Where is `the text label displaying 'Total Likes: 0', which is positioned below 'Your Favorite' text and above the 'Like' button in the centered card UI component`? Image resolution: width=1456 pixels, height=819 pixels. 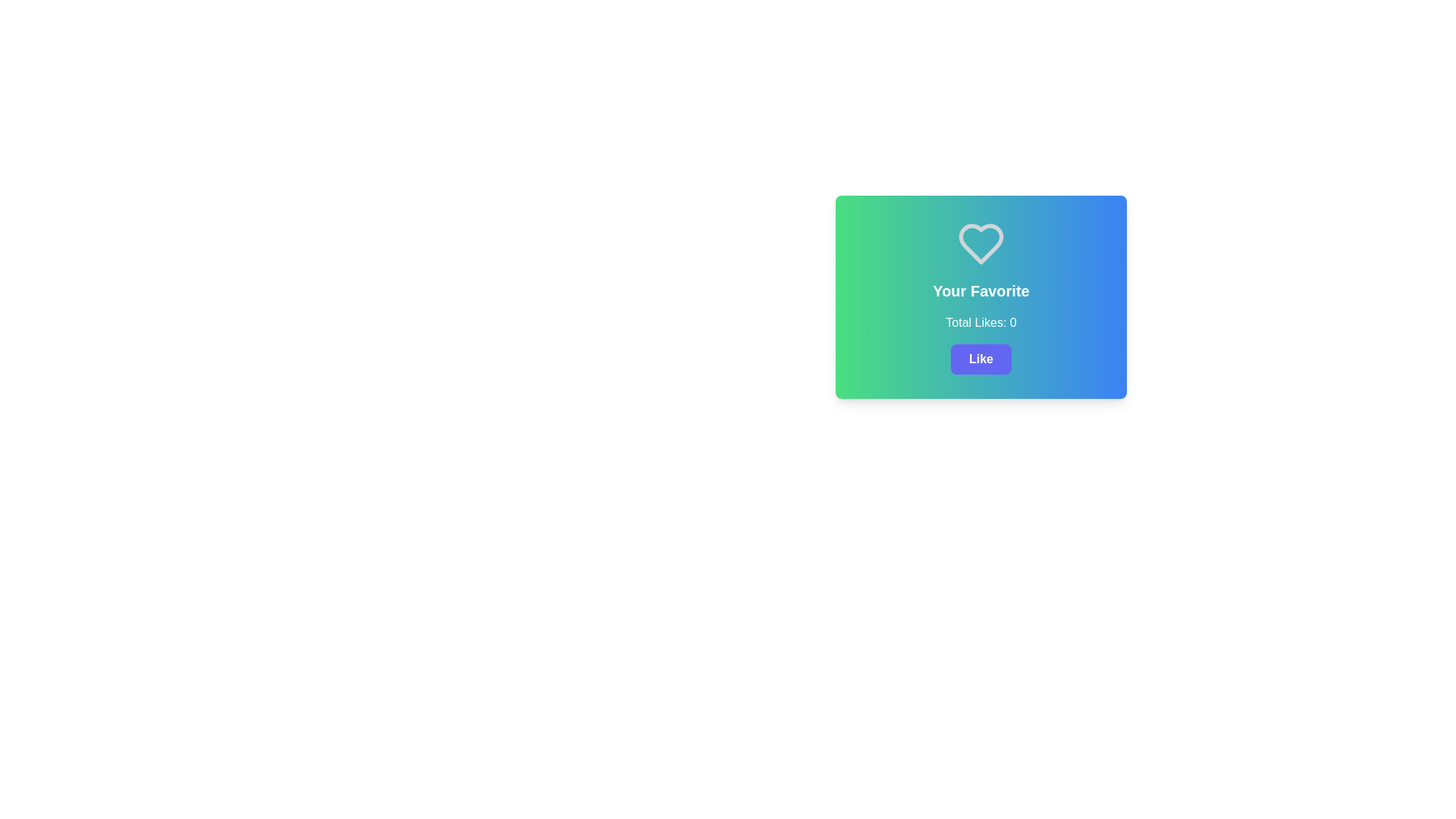
the text label displaying 'Total Likes: 0', which is positioned below 'Your Favorite' text and above the 'Like' button in the centered card UI component is located at coordinates (981, 322).